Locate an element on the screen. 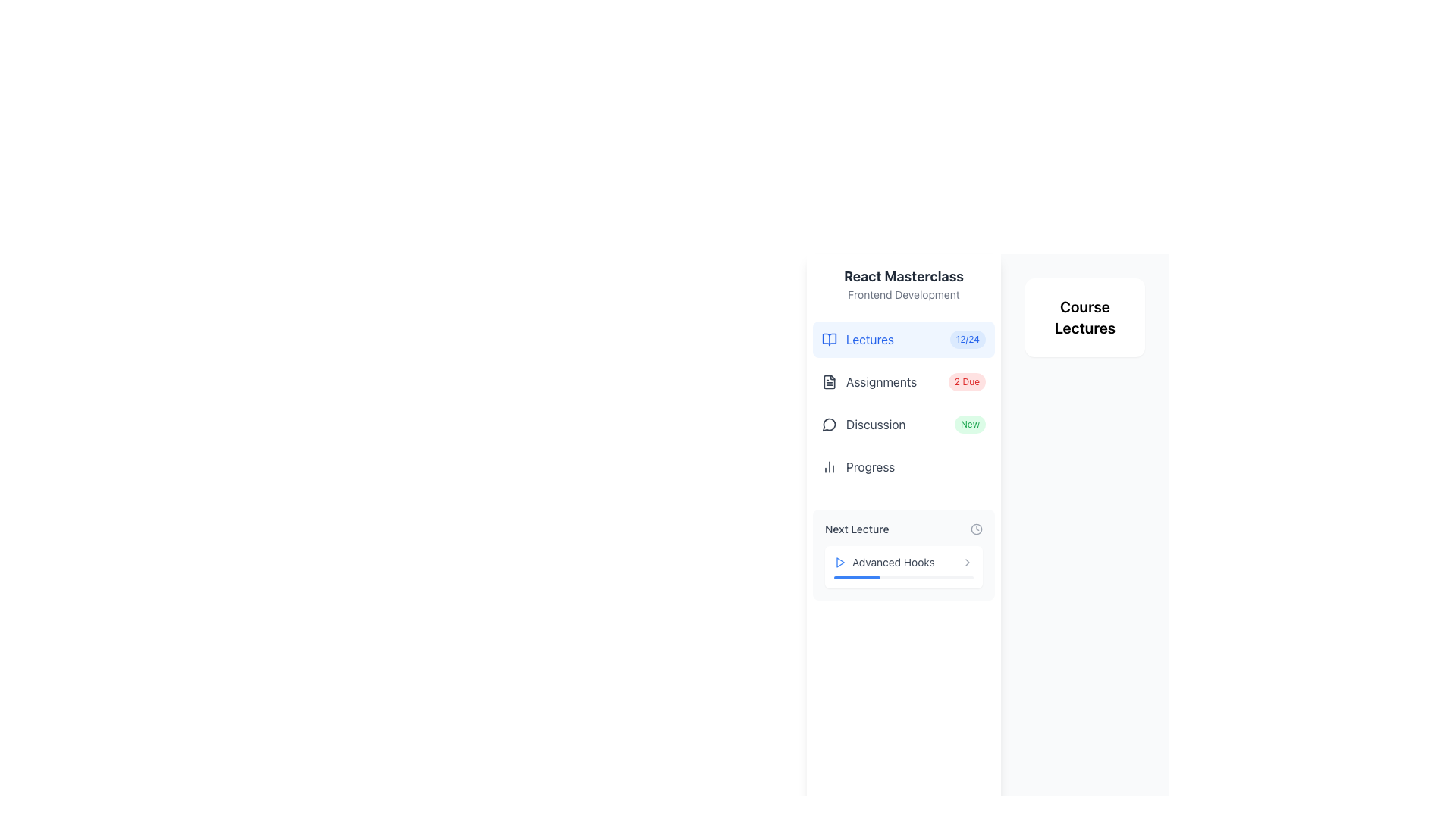  the rectangular icon with rounded corners in the sidebar, which represents a document or file is located at coordinates (829, 380).